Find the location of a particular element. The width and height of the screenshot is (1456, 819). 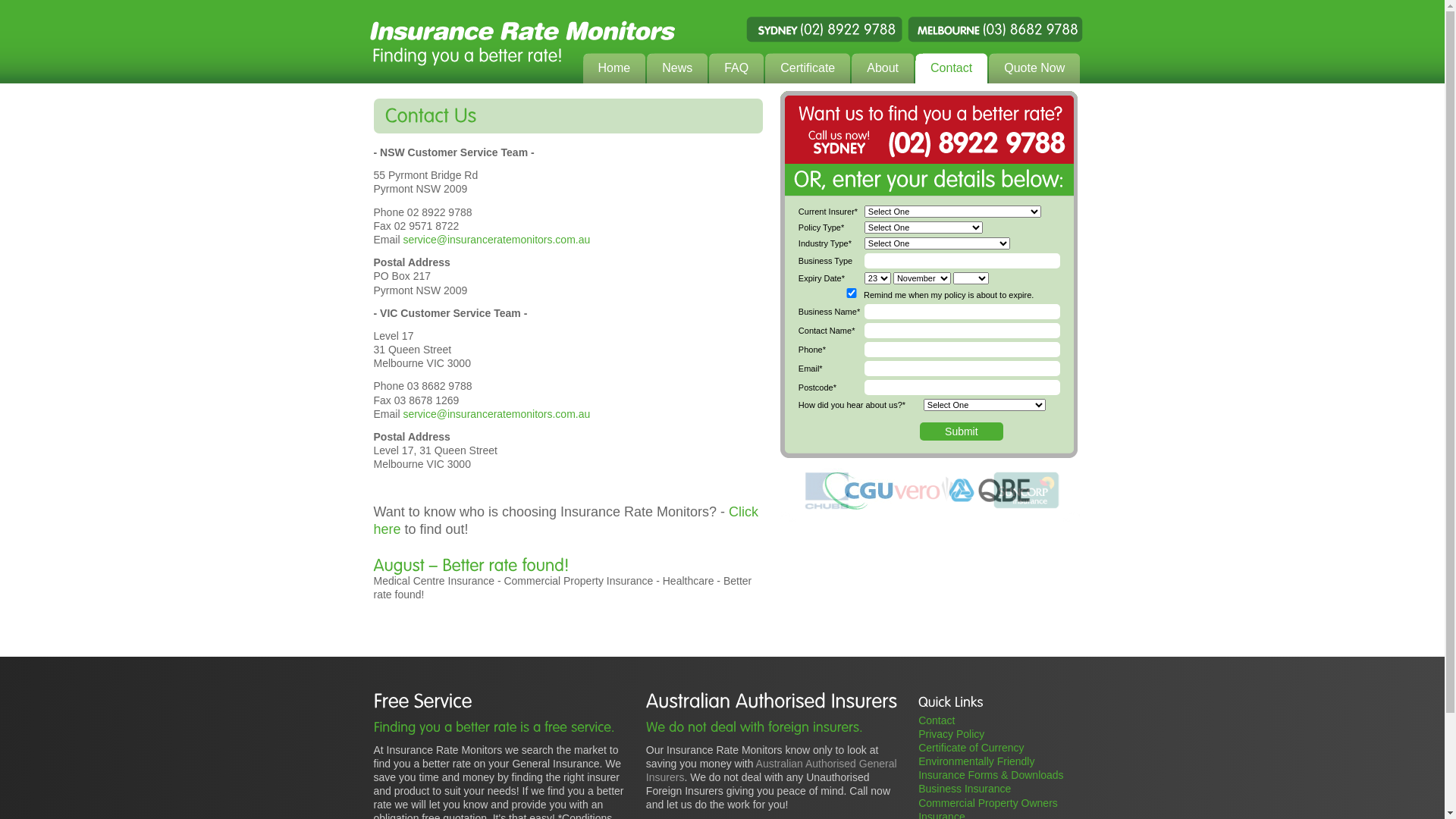

'News' is located at coordinates (676, 69).